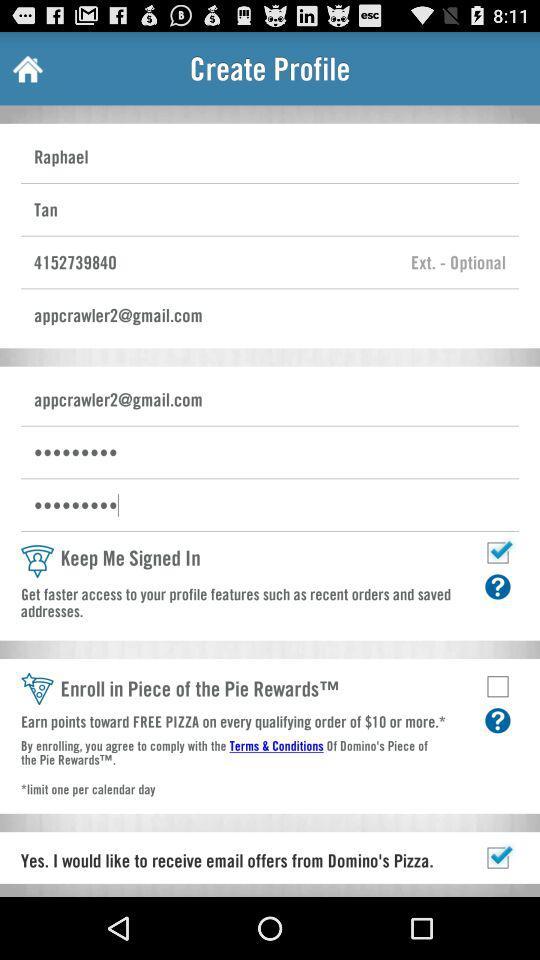 The height and width of the screenshot is (960, 540). What do you see at coordinates (496, 686) in the screenshot?
I see `box option` at bounding box center [496, 686].